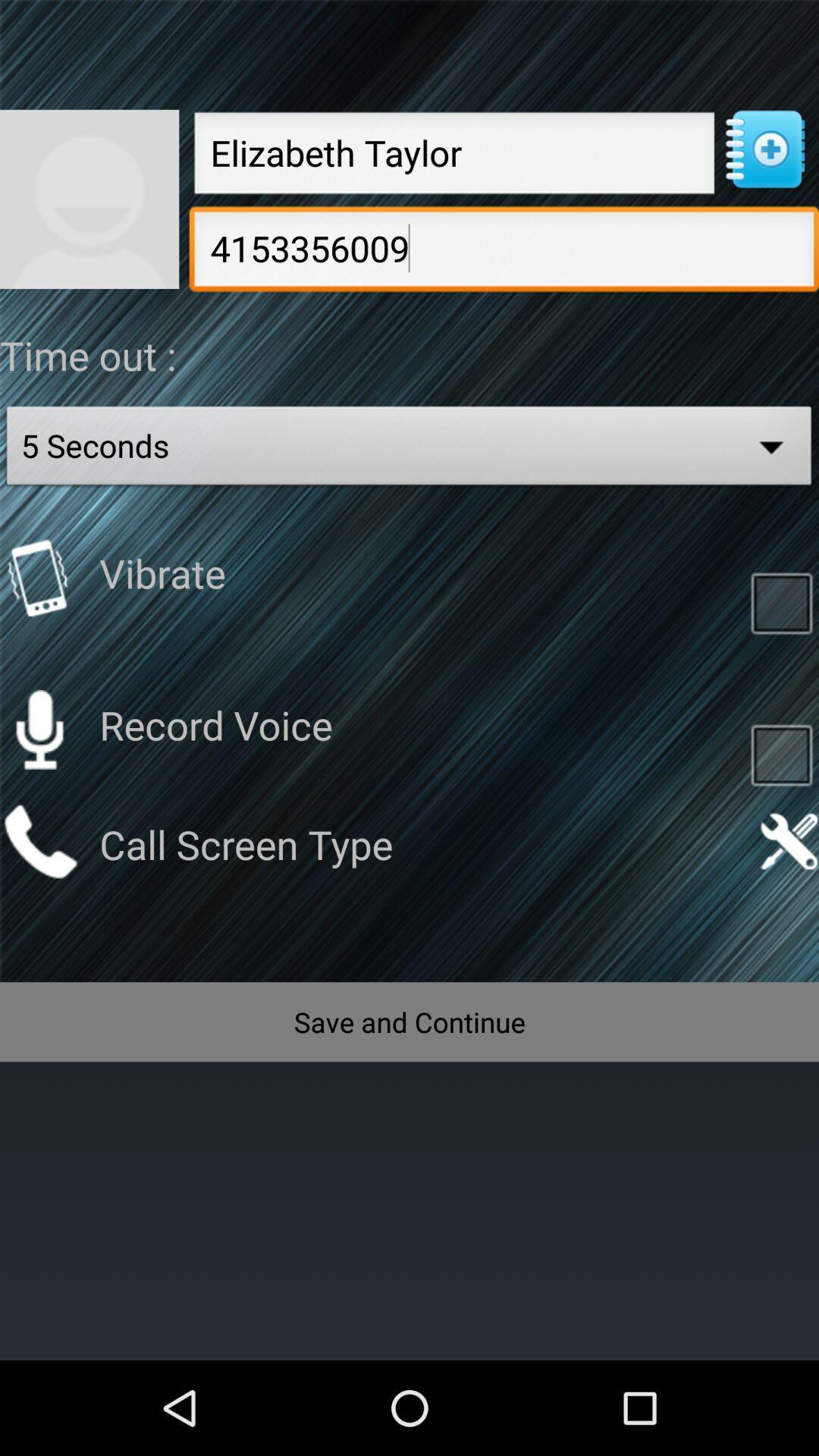 The width and height of the screenshot is (819, 1456). Describe the element at coordinates (781, 601) in the screenshot. I see `vibrate` at that location.